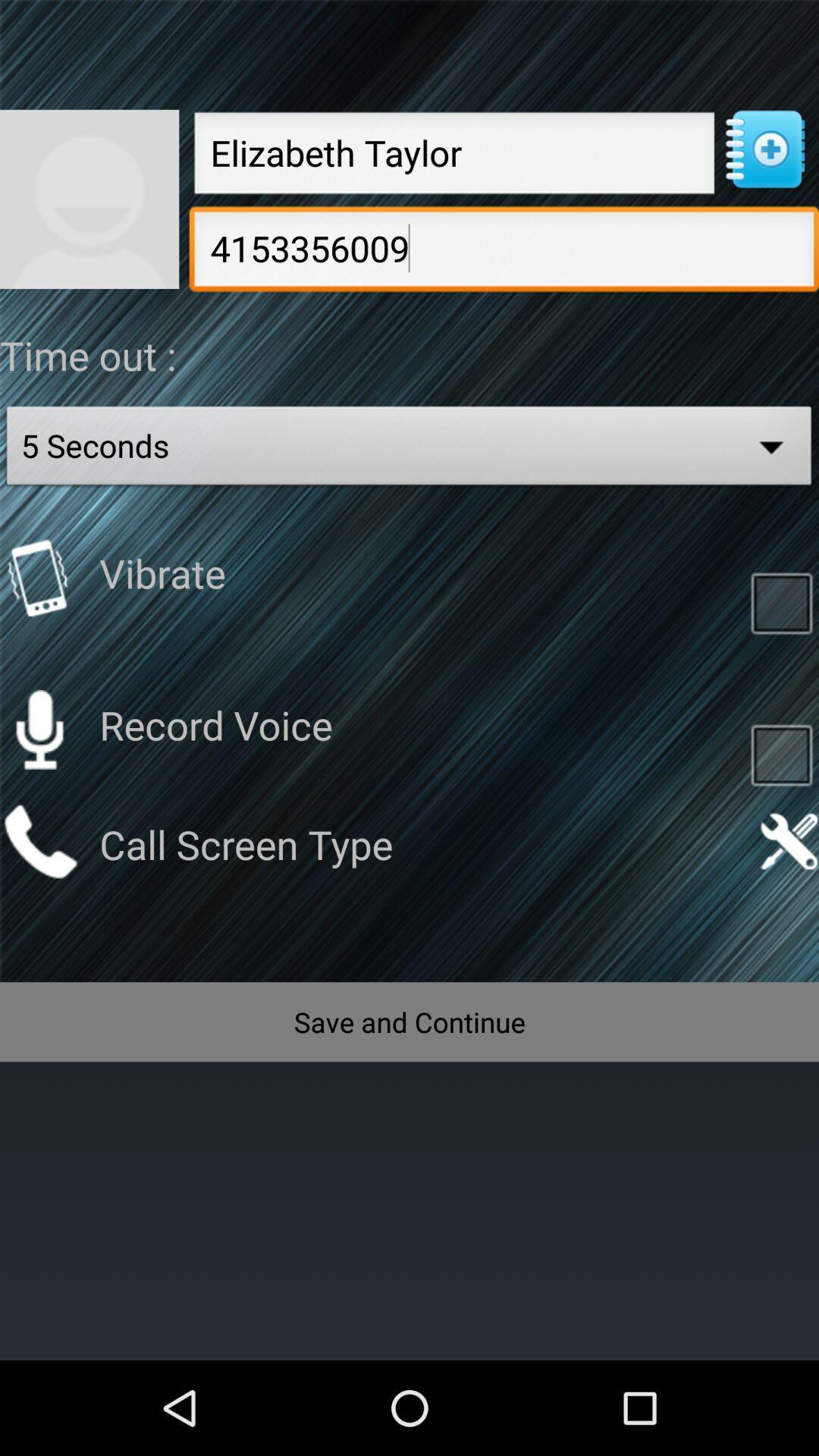 The width and height of the screenshot is (819, 1456). Describe the element at coordinates (781, 601) in the screenshot. I see `vibrate` at that location.